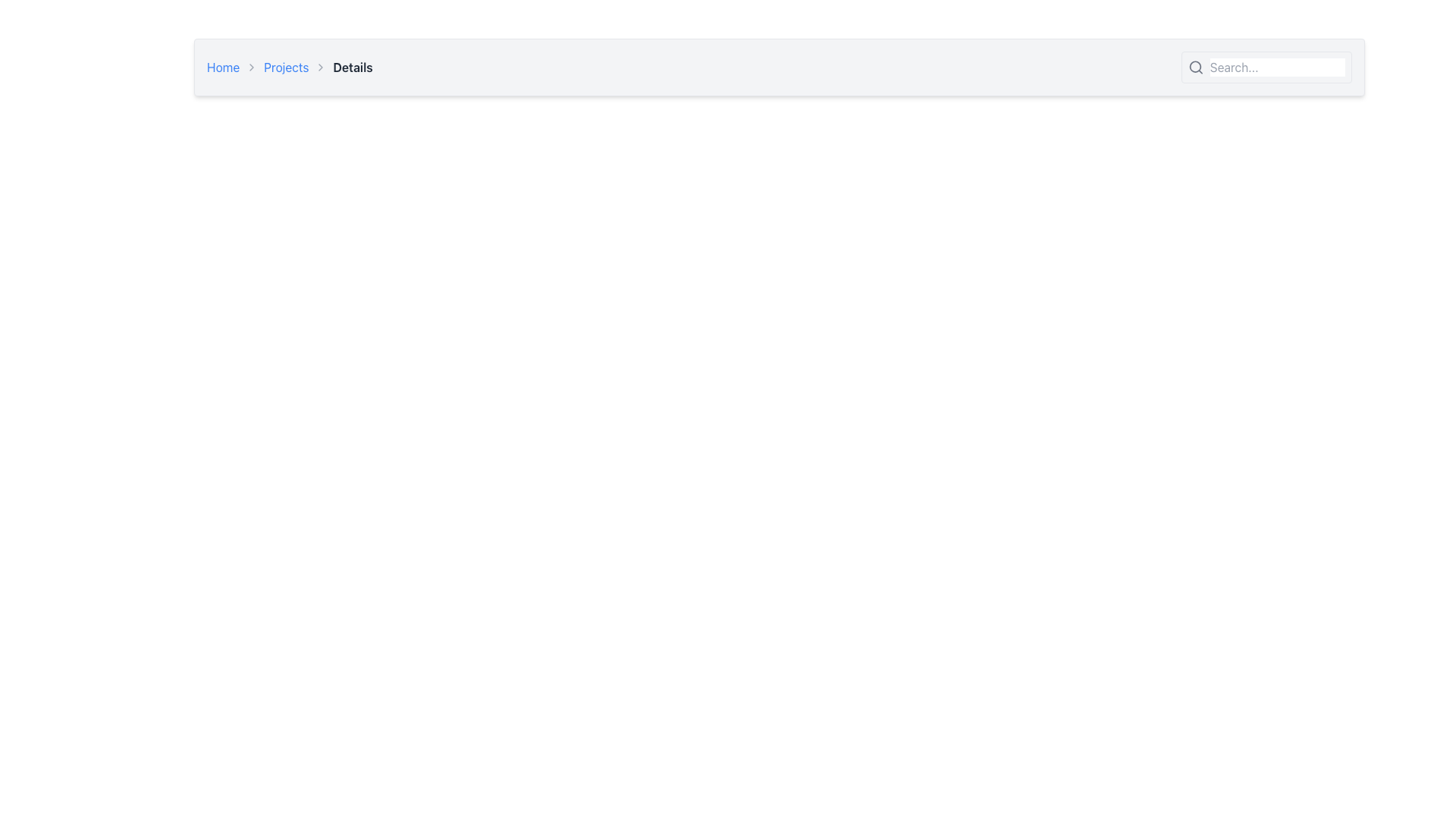 The height and width of the screenshot is (819, 1456). I want to click on the static text element labeled 'Details' in the breadcrumb navigation, which is the last segment following 'Projects', so click(352, 66).